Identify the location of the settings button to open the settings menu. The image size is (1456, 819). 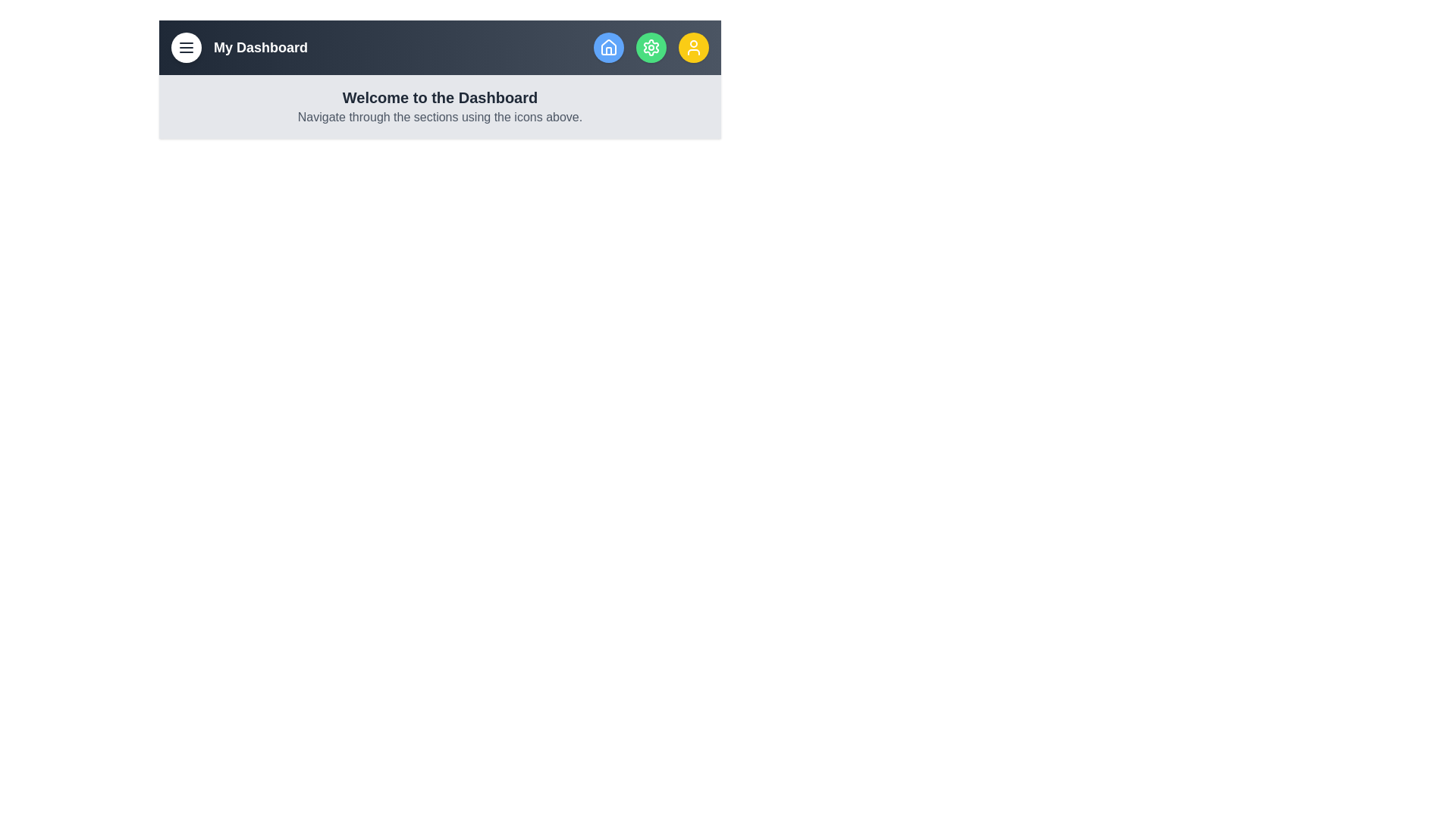
(651, 46).